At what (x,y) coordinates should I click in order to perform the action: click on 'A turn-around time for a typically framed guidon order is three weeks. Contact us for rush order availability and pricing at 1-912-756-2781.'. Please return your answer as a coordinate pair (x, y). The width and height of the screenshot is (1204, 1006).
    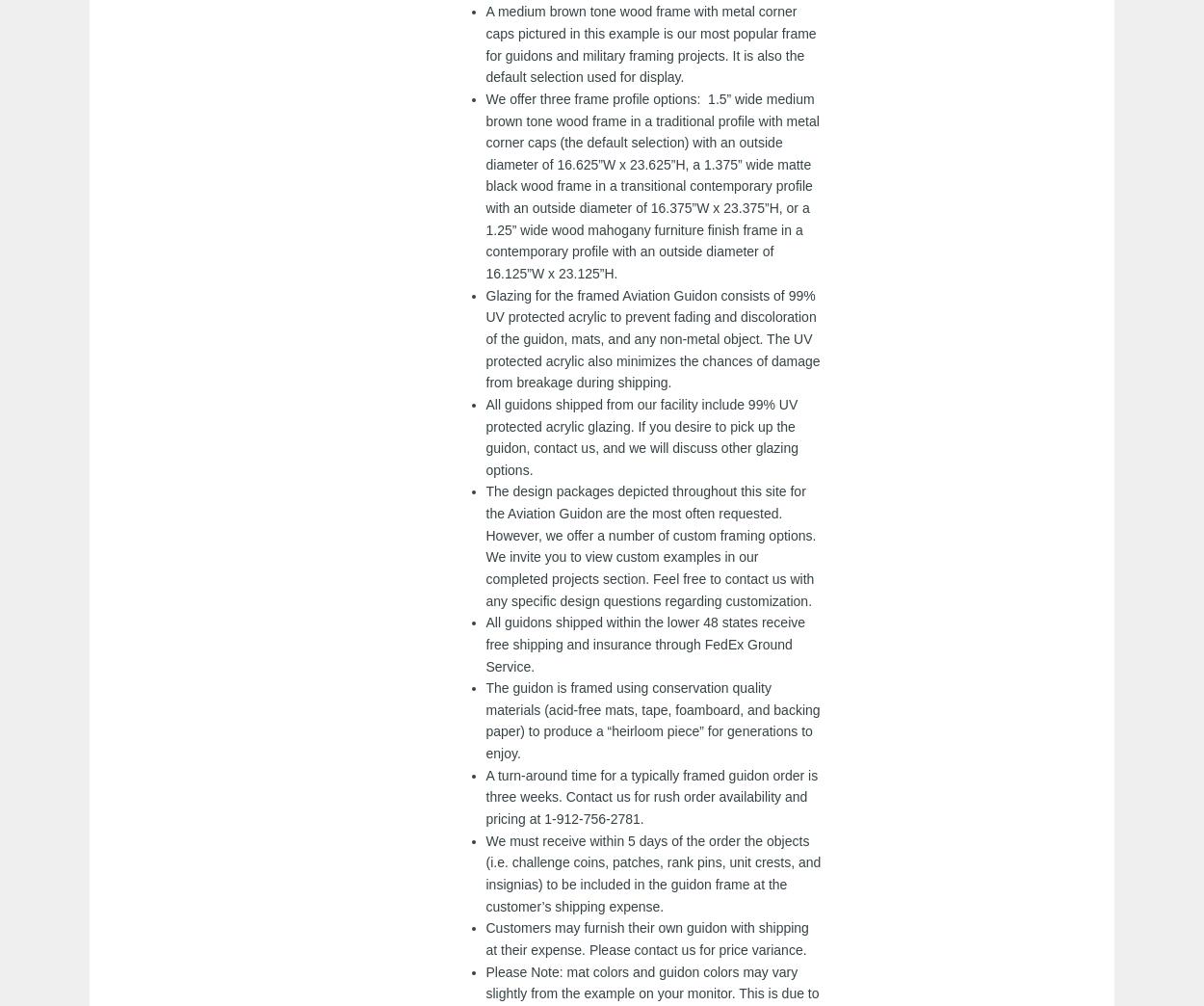
    Looking at the image, I should click on (651, 795).